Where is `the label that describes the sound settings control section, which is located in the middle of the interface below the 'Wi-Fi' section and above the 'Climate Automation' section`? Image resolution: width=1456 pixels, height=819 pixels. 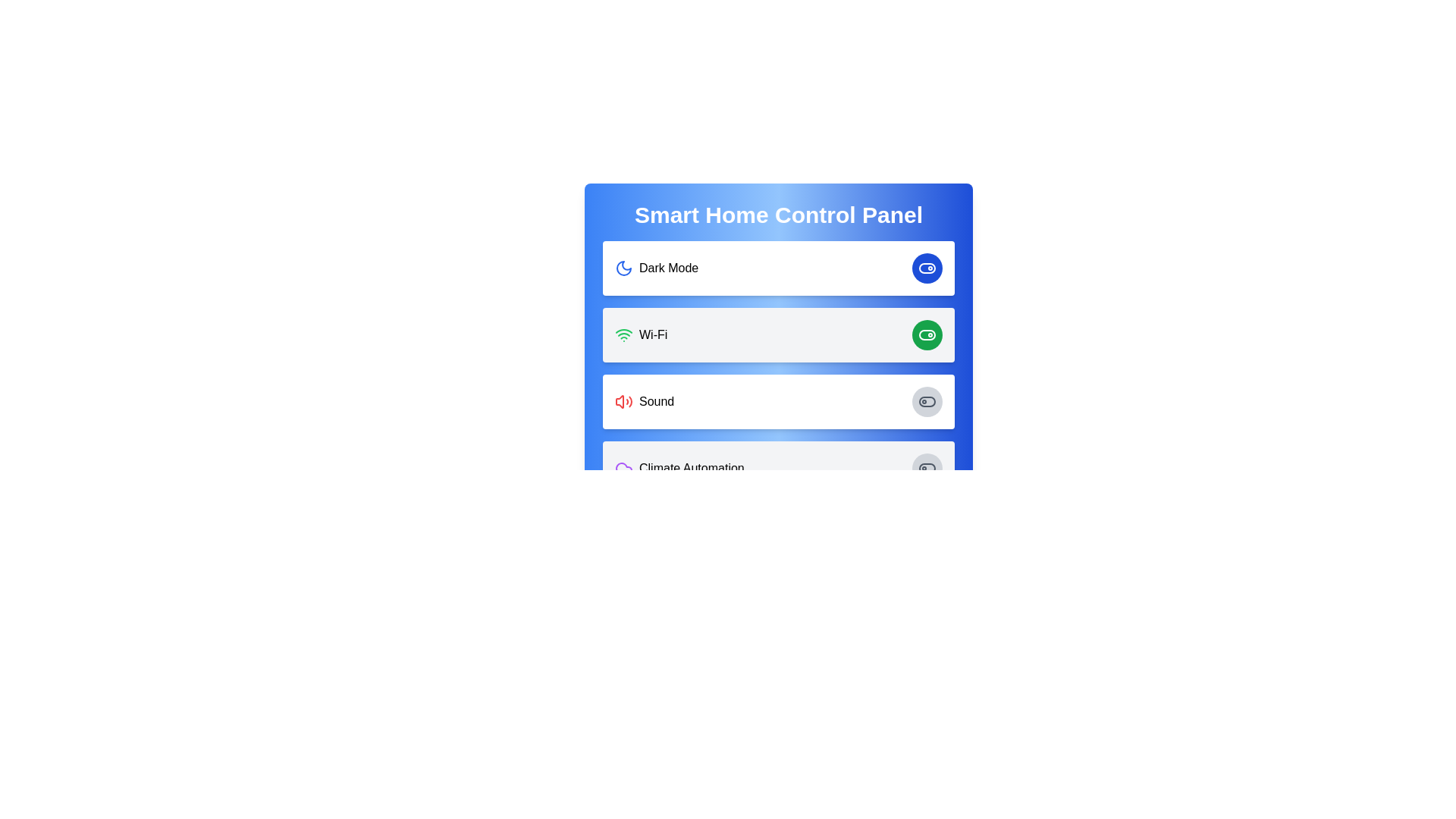 the label that describes the sound settings control section, which is located in the middle of the interface below the 'Wi-Fi' section and above the 'Climate Automation' section is located at coordinates (657, 400).